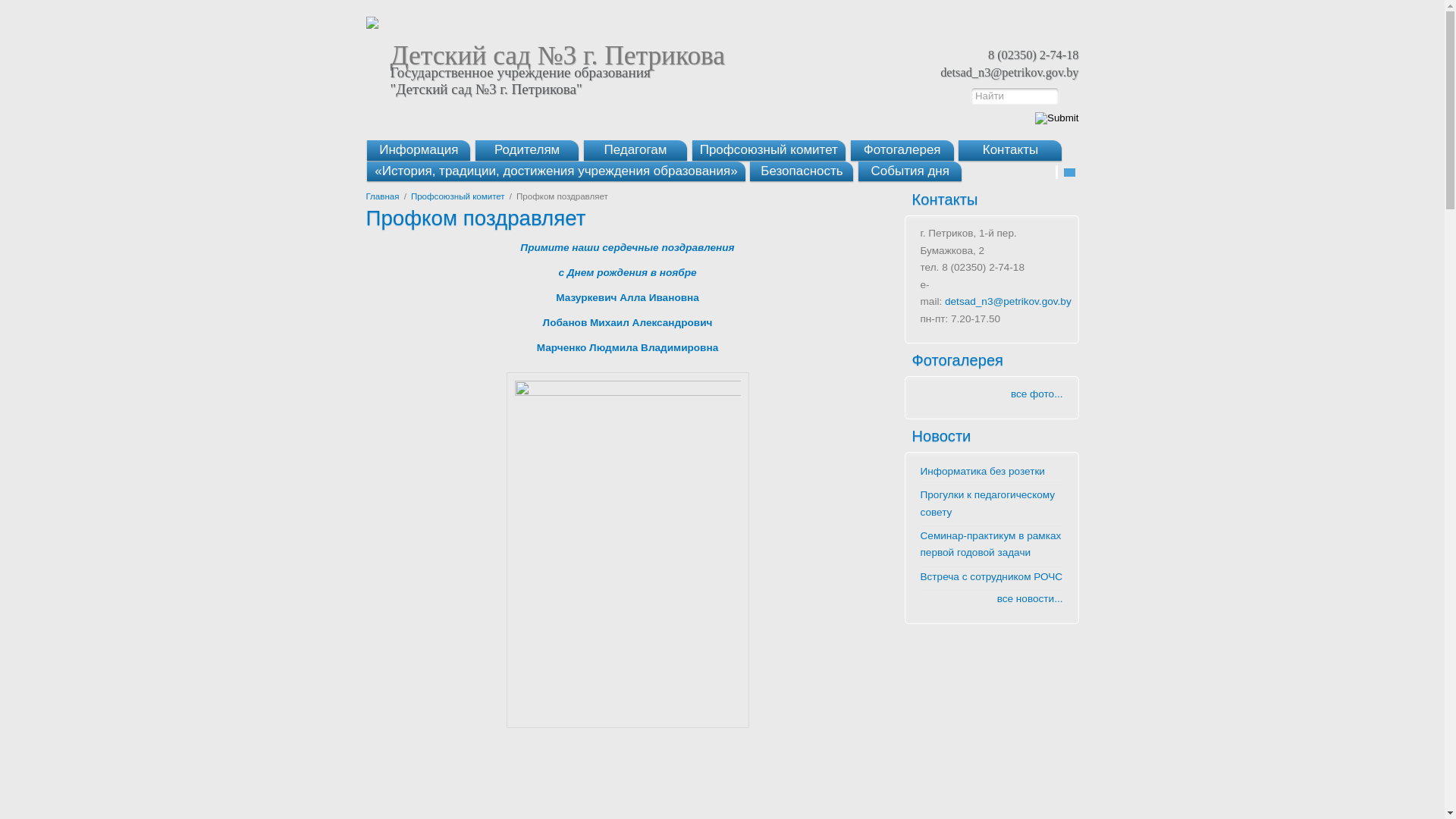 The image size is (1456, 819). I want to click on 'Send email', so click(1062, 171).